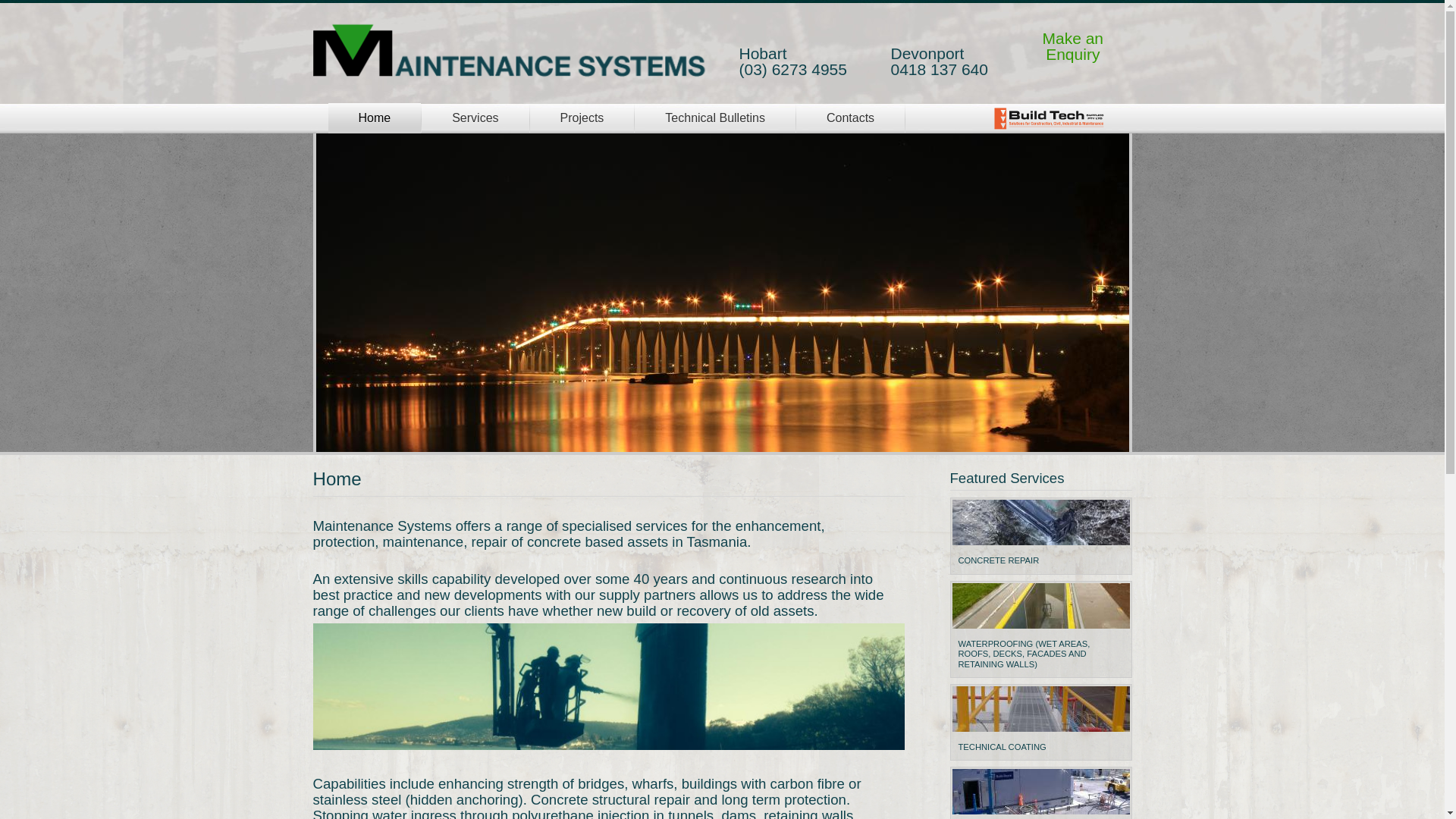 The image size is (1456, 819). What do you see at coordinates (1040, 45) in the screenshot?
I see `'Make an` at bounding box center [1040, 45].